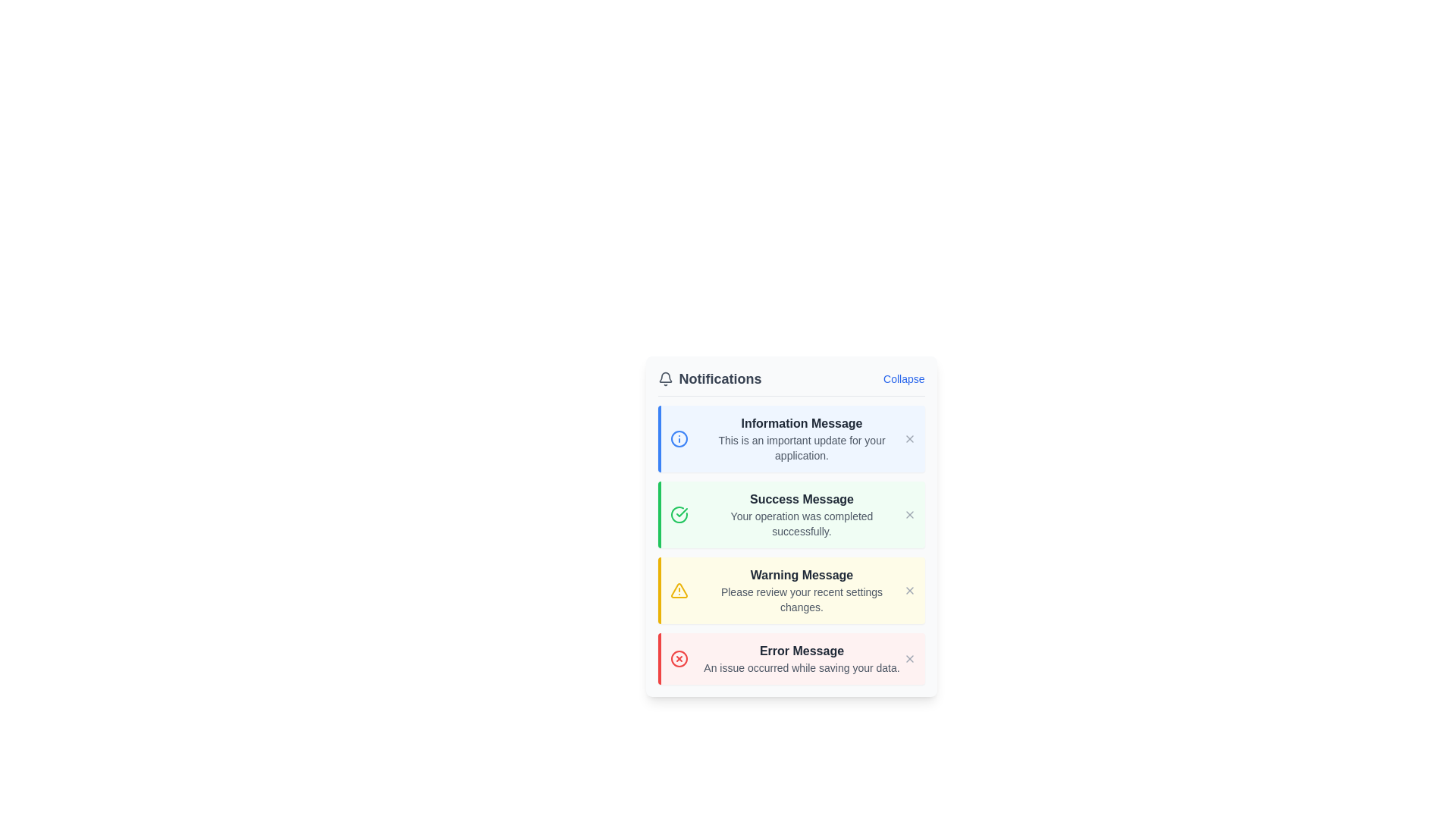  What do you see at coordinates (720, 378) in the screenshot?
I see `the 'Notifications' text label, which is displayed in bold and larger font size, located to the right of a bell icon in the top-left corner of a card-like section` at bounding box center [720, 378].